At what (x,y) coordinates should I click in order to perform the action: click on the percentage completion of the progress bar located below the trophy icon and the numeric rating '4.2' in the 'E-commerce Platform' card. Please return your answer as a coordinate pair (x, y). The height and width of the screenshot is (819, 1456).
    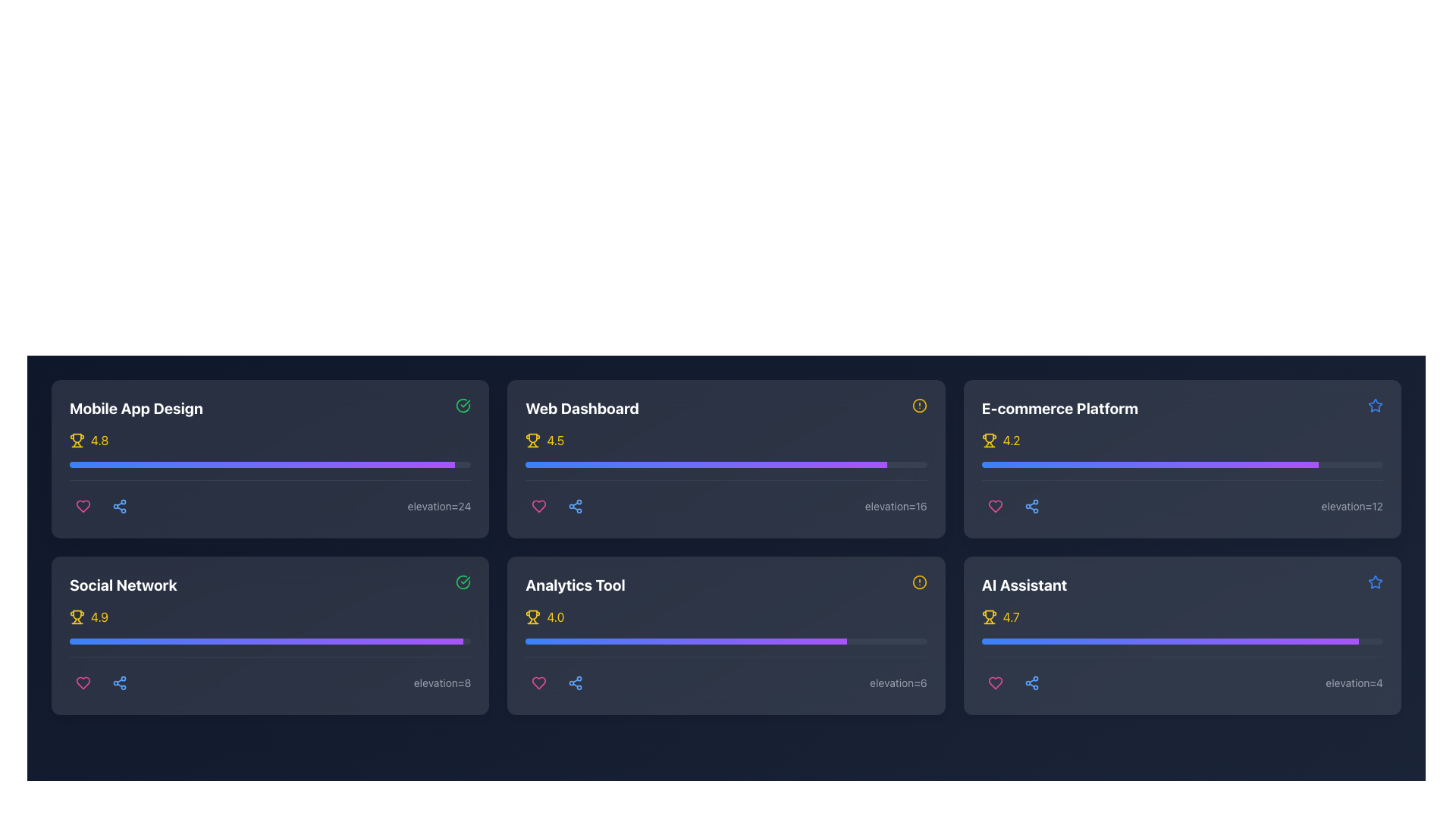
    Looking at the image, I should click on (1181, 475).